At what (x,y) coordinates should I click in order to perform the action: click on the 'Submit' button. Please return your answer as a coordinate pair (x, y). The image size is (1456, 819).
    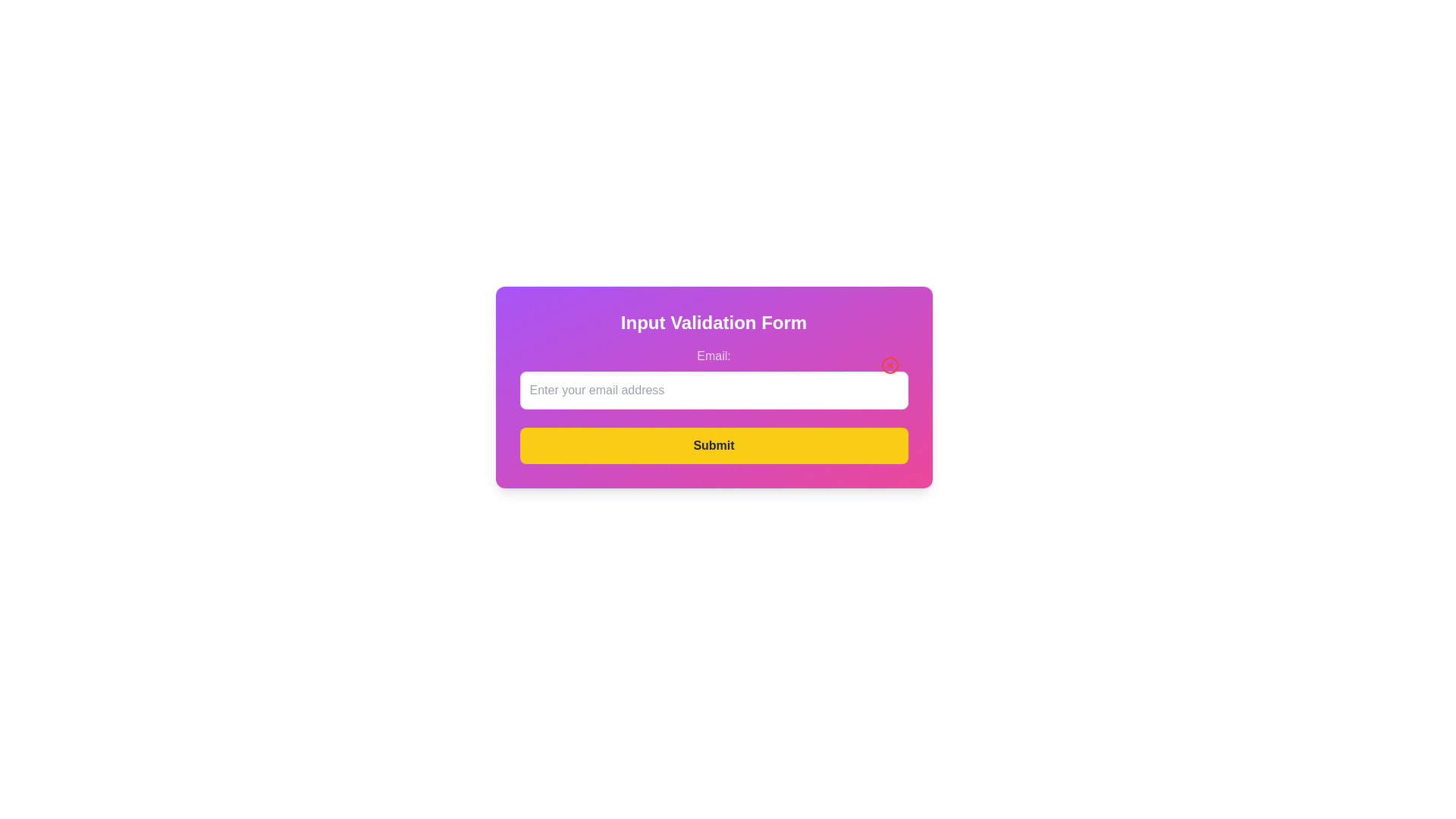
    Looking at the image, I should click on (713, 444).